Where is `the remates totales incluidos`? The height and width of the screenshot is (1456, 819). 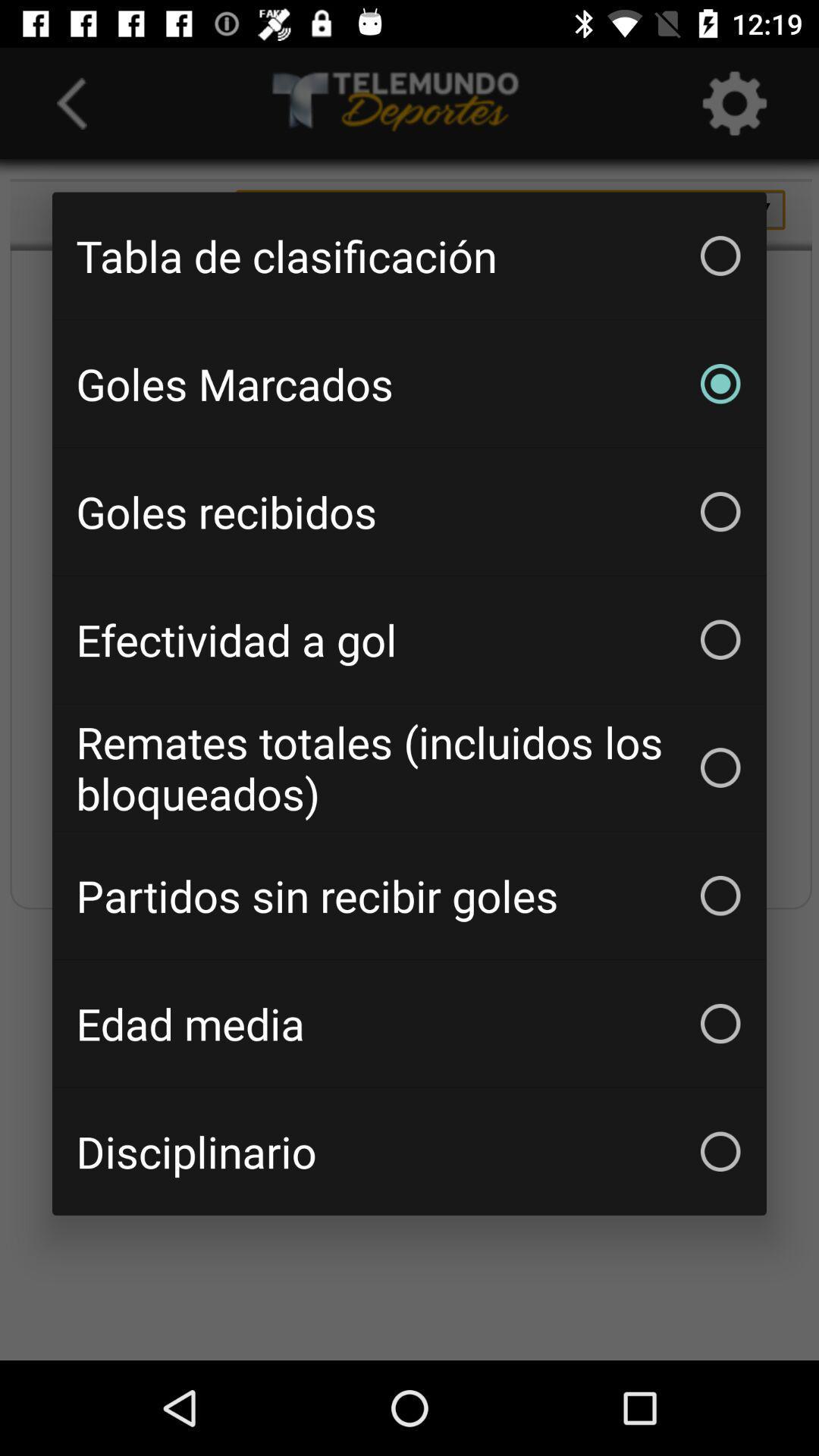 the remates totales incluidos is located at coordinates (409, 767).